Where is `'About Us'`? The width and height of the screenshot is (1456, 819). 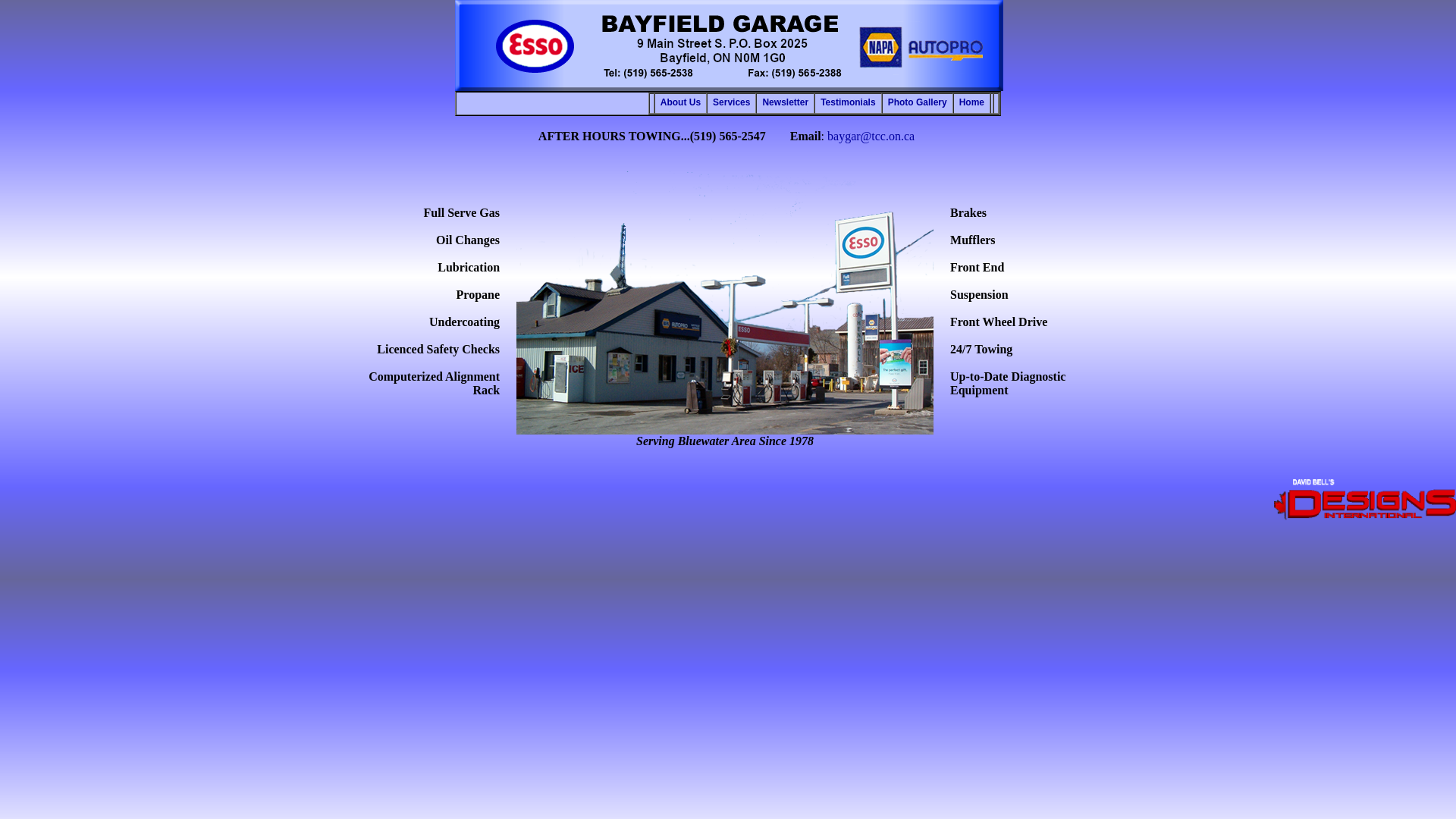
'About Us' is located at coordinates (679, 102).